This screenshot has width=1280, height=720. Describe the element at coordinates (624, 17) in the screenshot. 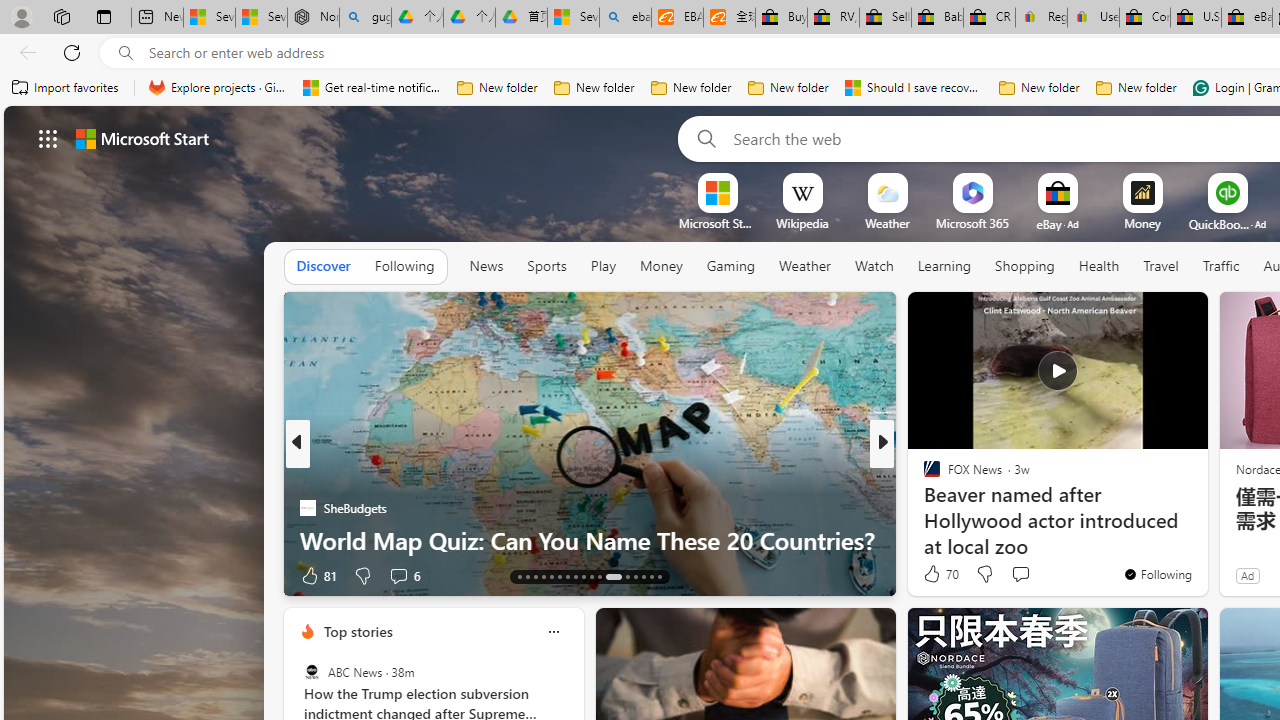

I see `'ebay - Search'` at that location.